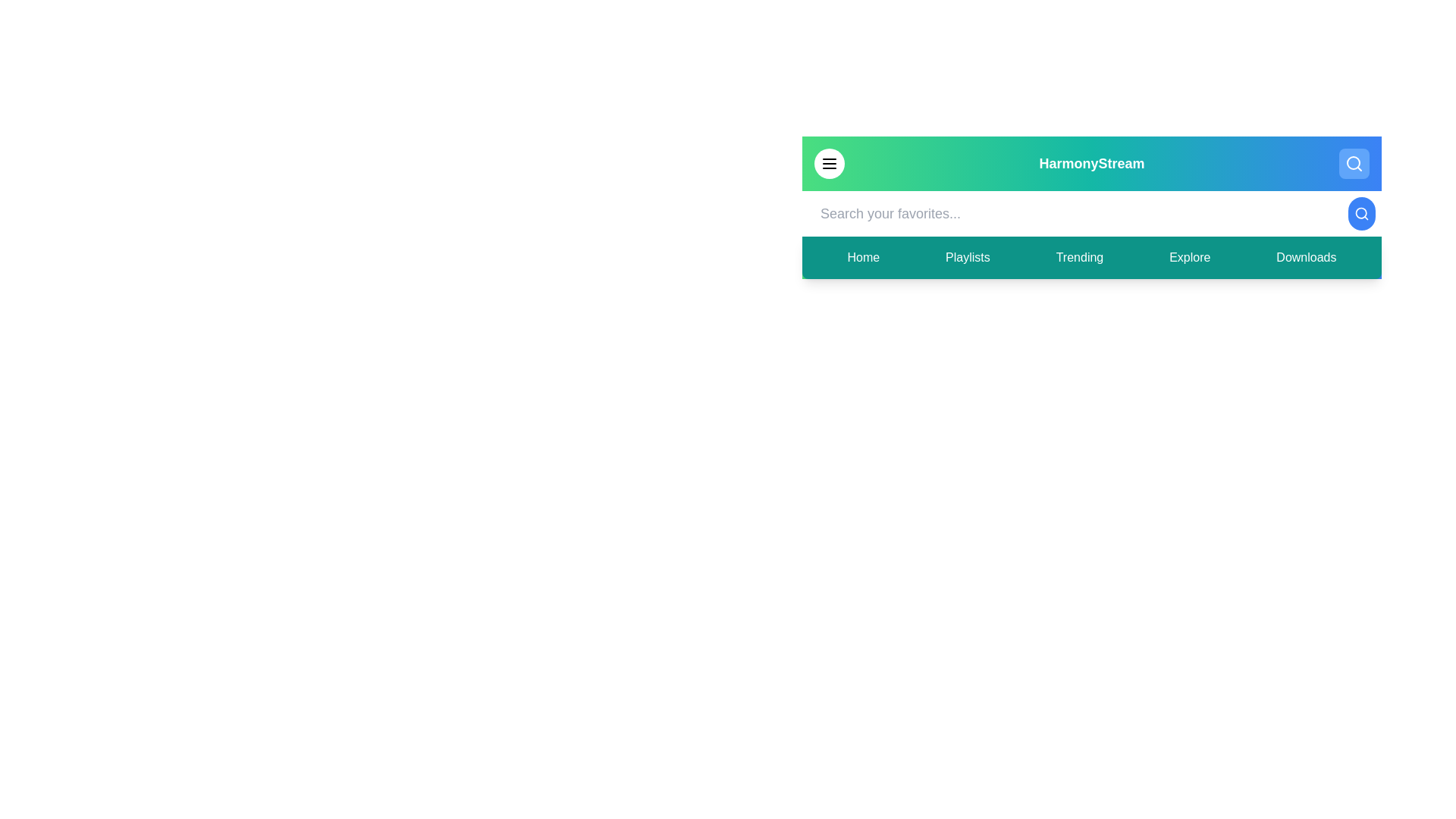 The width and height of the screenshot is (1456, 819). What do you see at coordinates (1354, 164) in the screenshot?
I see `the search button to toggle the visibility of the search bar` at bounding box center [1354, 164].